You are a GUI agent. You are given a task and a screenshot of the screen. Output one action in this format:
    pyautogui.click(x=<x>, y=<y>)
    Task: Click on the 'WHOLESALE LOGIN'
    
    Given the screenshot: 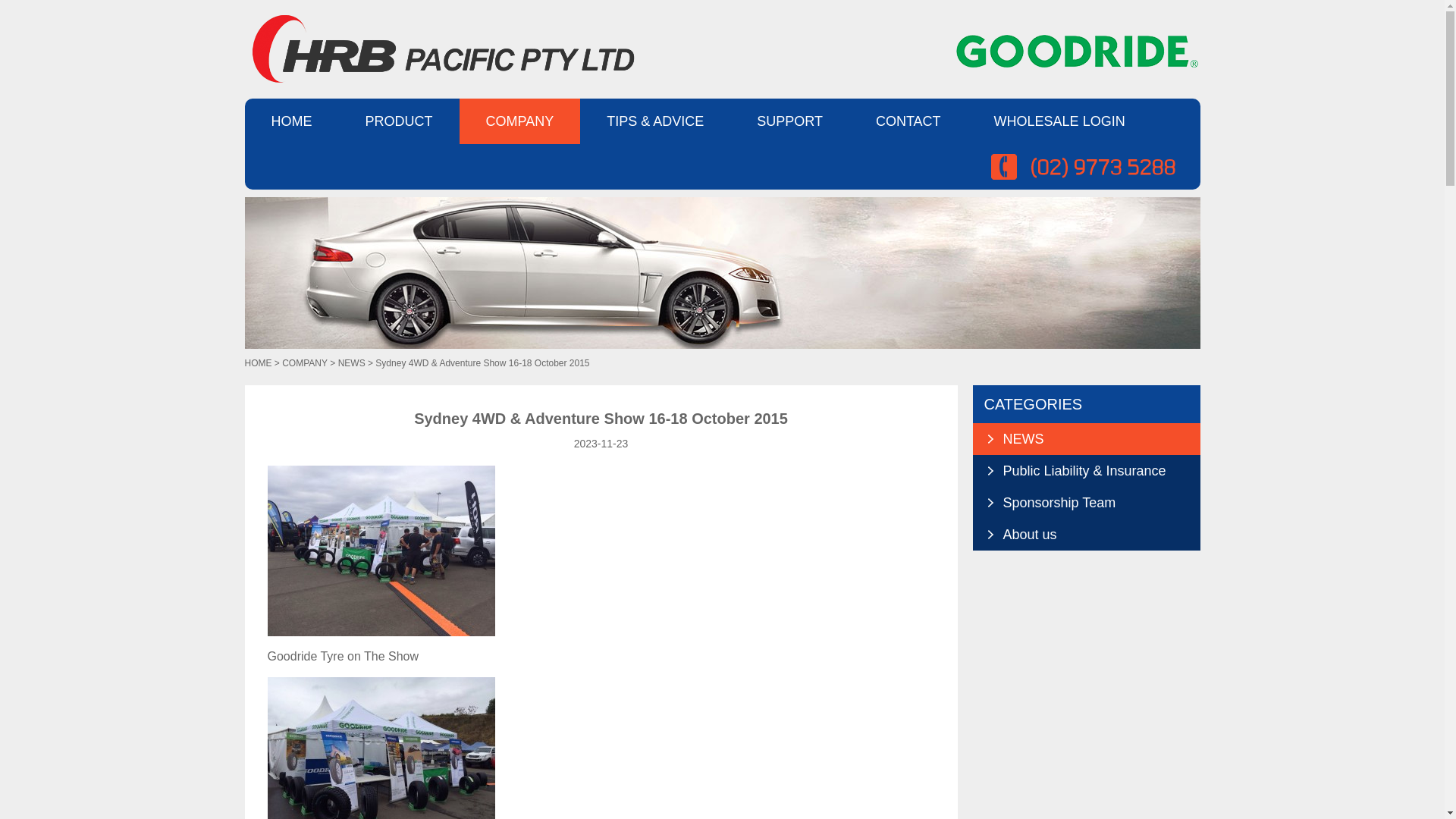 What is the action you would take?
    pyautogui.click(x=967, y=120)
    